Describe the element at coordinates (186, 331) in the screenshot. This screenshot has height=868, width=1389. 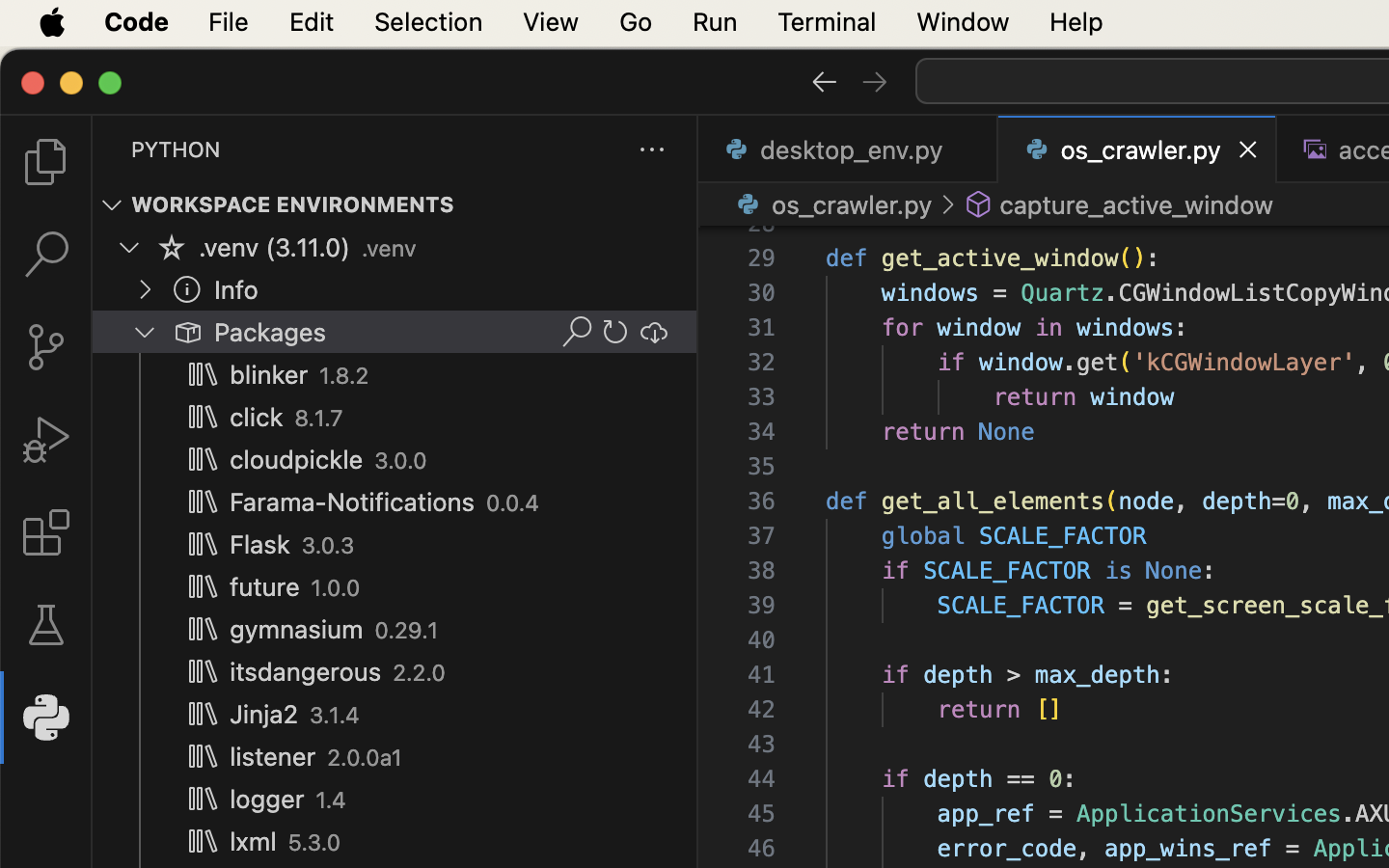
I see `''` at that location.